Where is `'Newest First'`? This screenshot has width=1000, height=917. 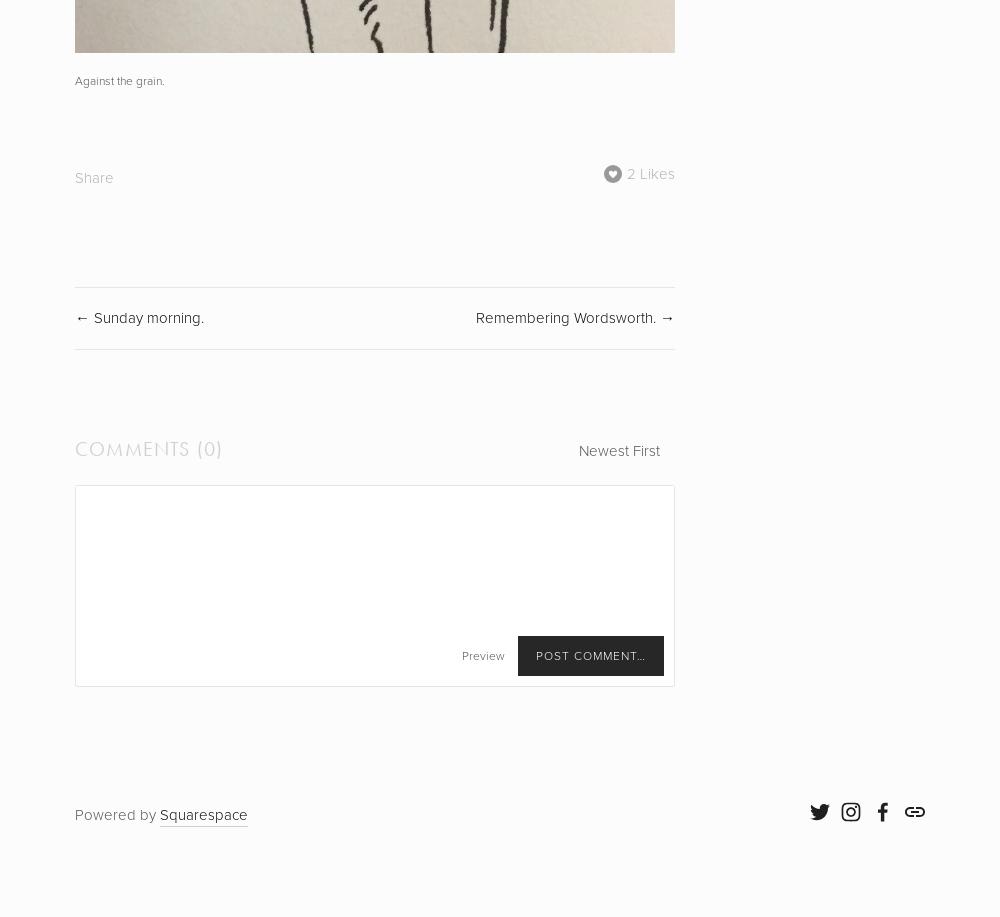 'Newest First' is located at coordinates (618, 450).